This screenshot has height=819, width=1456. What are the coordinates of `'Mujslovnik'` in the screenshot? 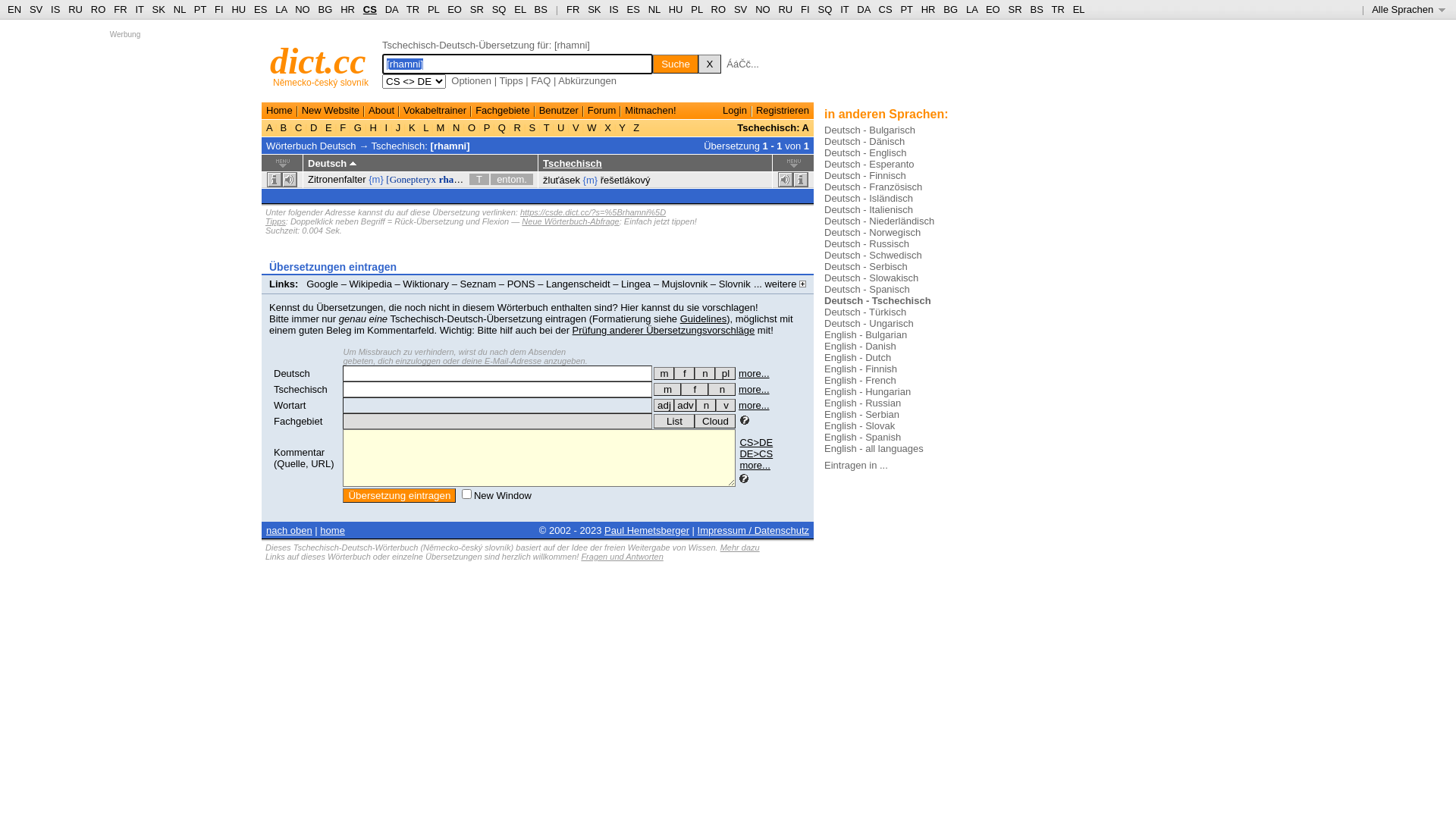 It's located at (684, 284).